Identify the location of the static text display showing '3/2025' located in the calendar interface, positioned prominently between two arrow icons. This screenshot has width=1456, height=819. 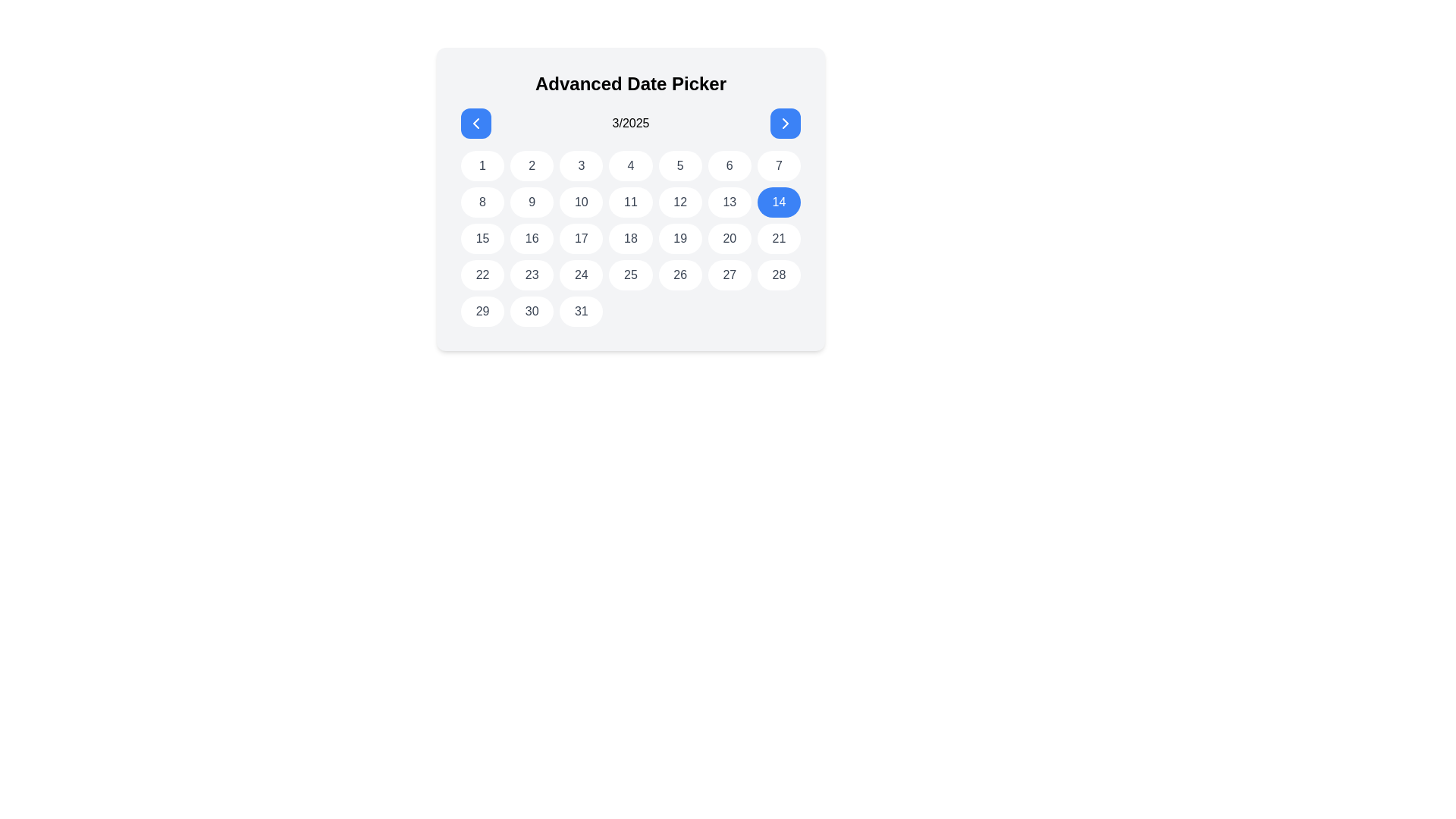
(630, 122).